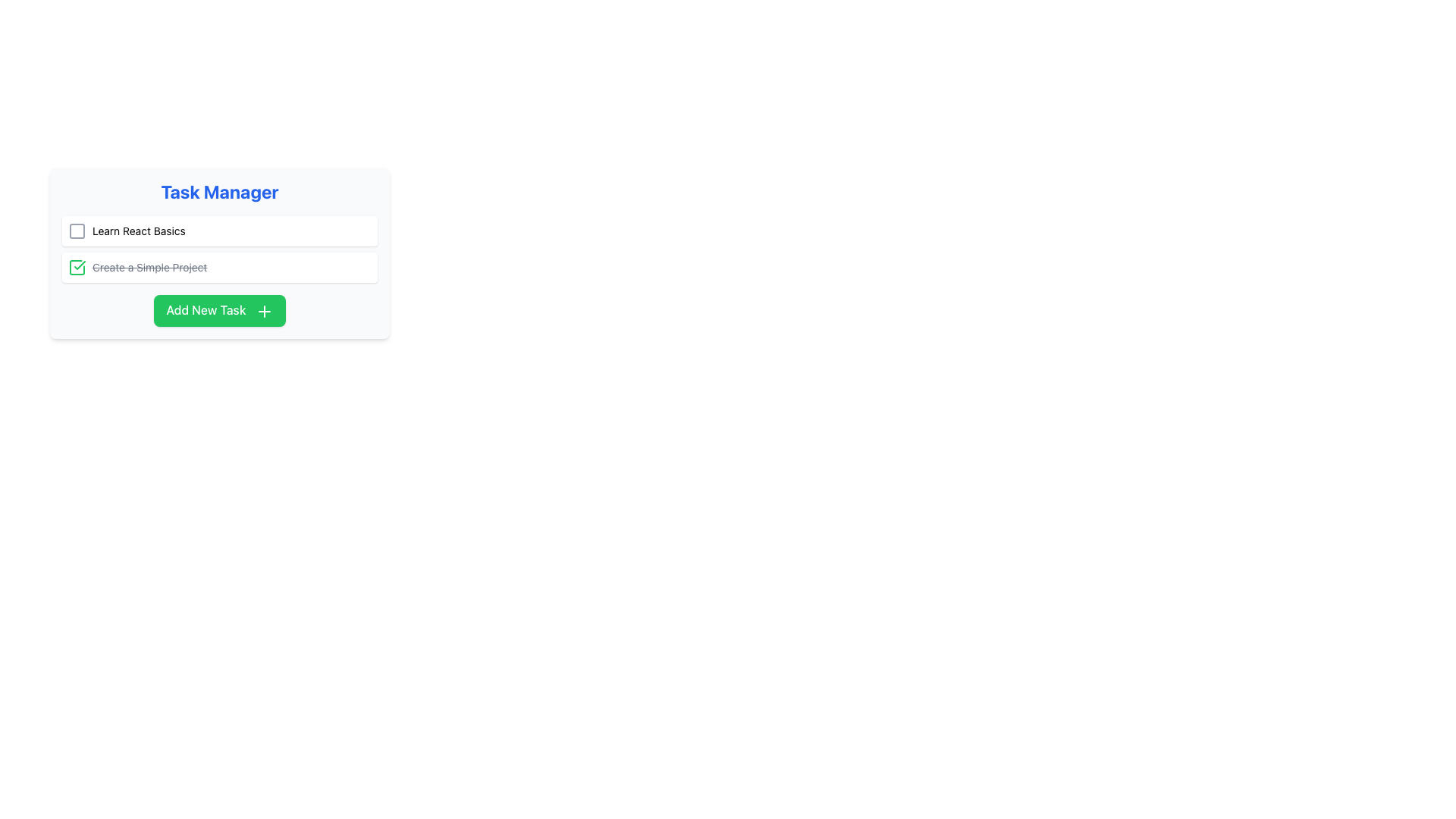 The height and width of the screenshot is (819, 1456). Describe the element at coordinates (137, 267) in the screenshot. I see `the green checkbox to update the status of the completed task labeled with strikethrough styling, which is the second task in the task manager under 'Task Manager'` at that location.